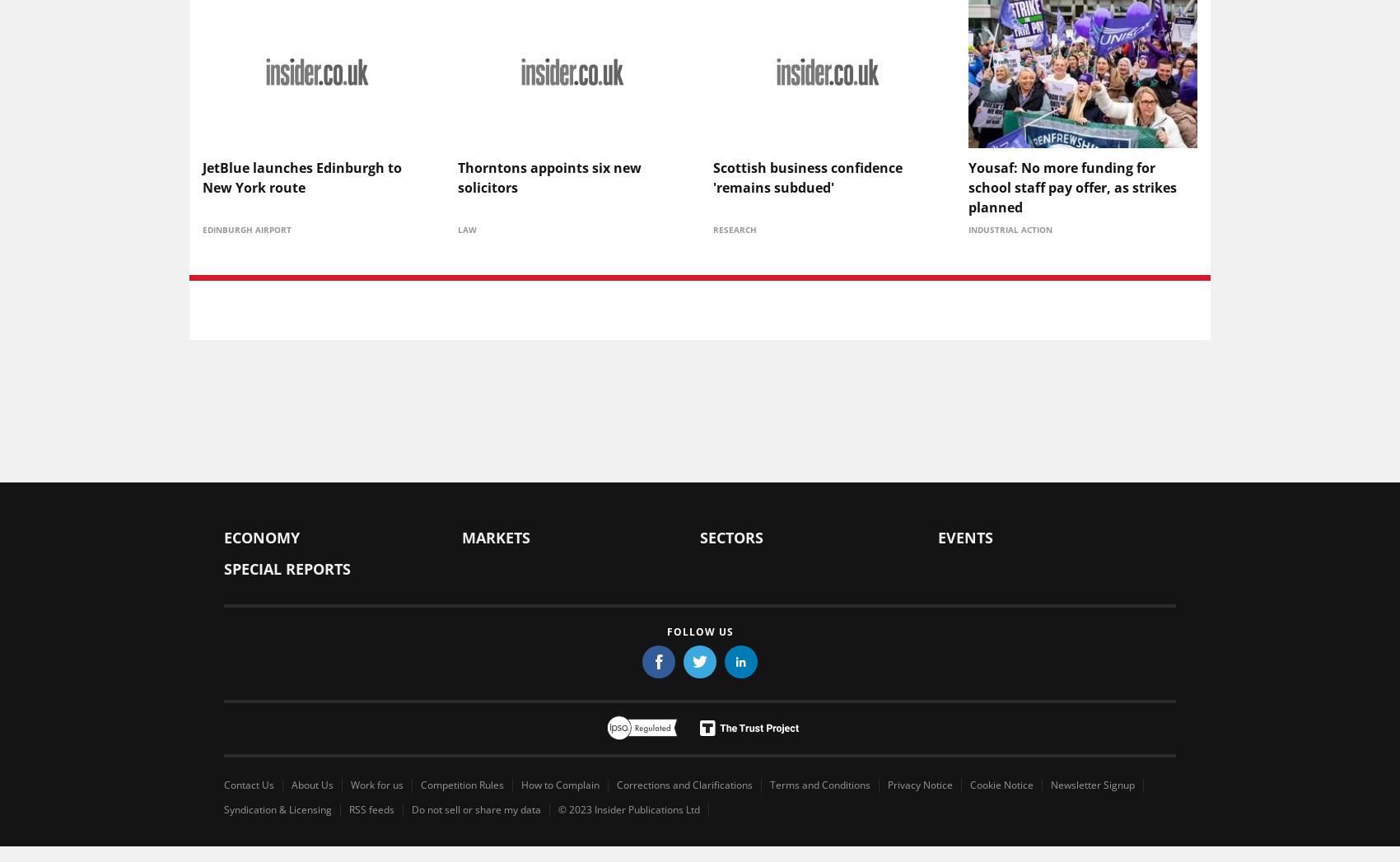 The image size is (1400, 862). Describe the element at coordinates (560, 783) in the screenshot. I see `'How to Complain'` at that location.